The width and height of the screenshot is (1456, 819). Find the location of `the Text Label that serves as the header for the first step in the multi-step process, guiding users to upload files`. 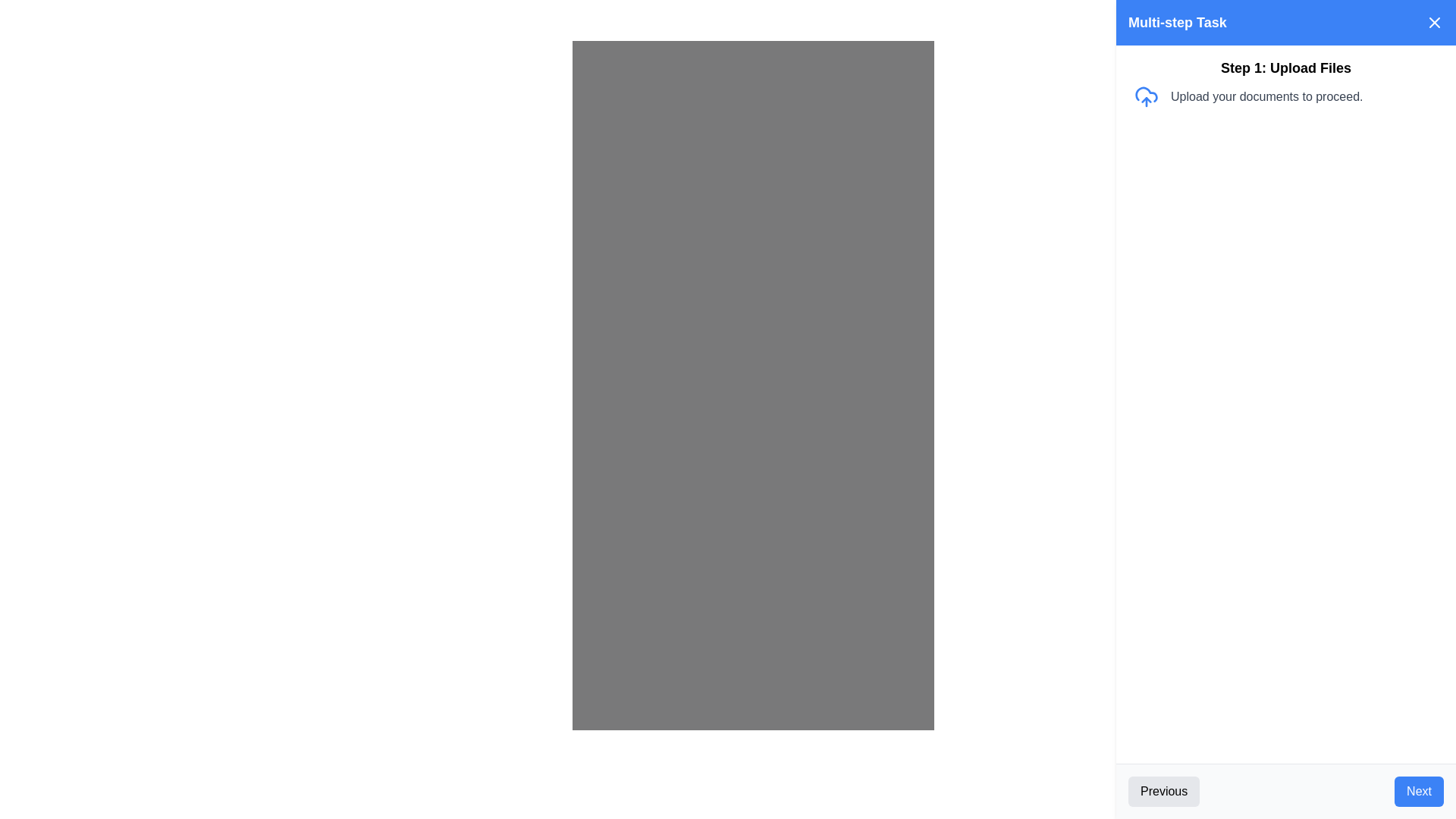

the Text Label that serves as the header for the first step in the multi-step process, guiding users to upload files is located at coordinates (1285, 67).